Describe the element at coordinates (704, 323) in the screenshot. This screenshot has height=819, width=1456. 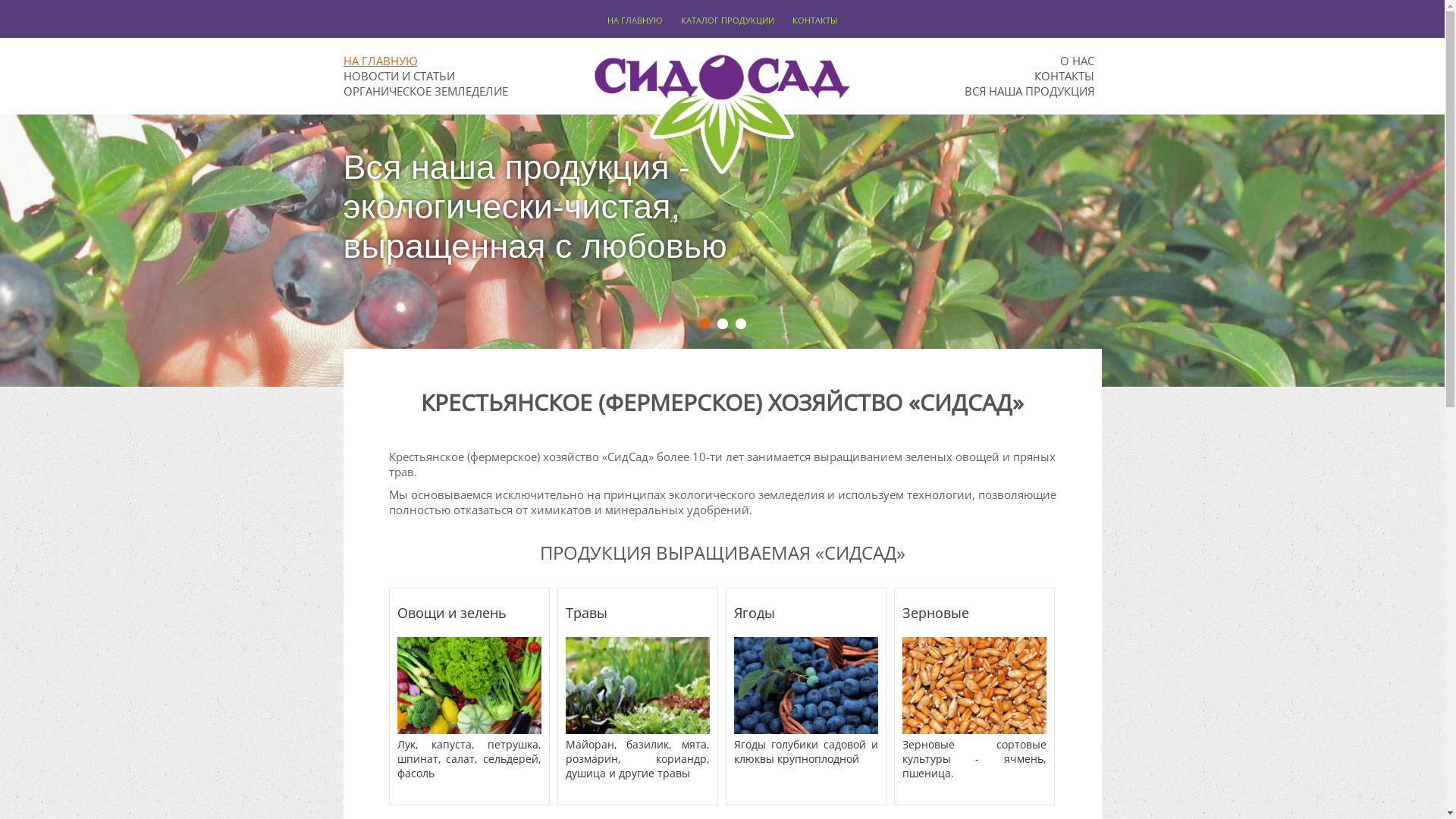
I see `'1'` at that location.